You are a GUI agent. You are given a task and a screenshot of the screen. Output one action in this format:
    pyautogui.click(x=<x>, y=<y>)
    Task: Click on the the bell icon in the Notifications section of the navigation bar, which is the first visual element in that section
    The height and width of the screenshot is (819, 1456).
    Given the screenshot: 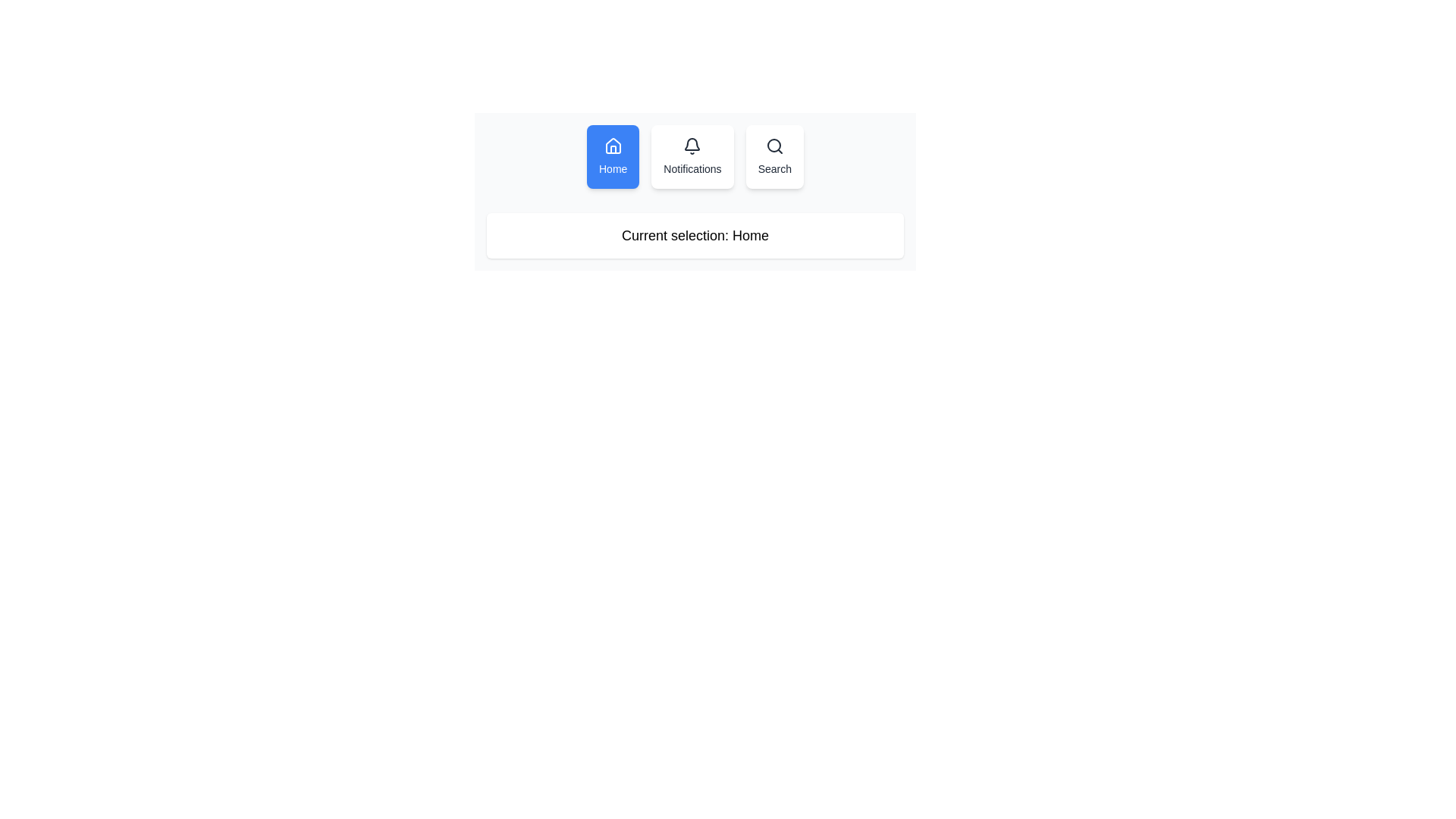 What is the action you would take?
    pyautogui.click(x=692, y=146)
    